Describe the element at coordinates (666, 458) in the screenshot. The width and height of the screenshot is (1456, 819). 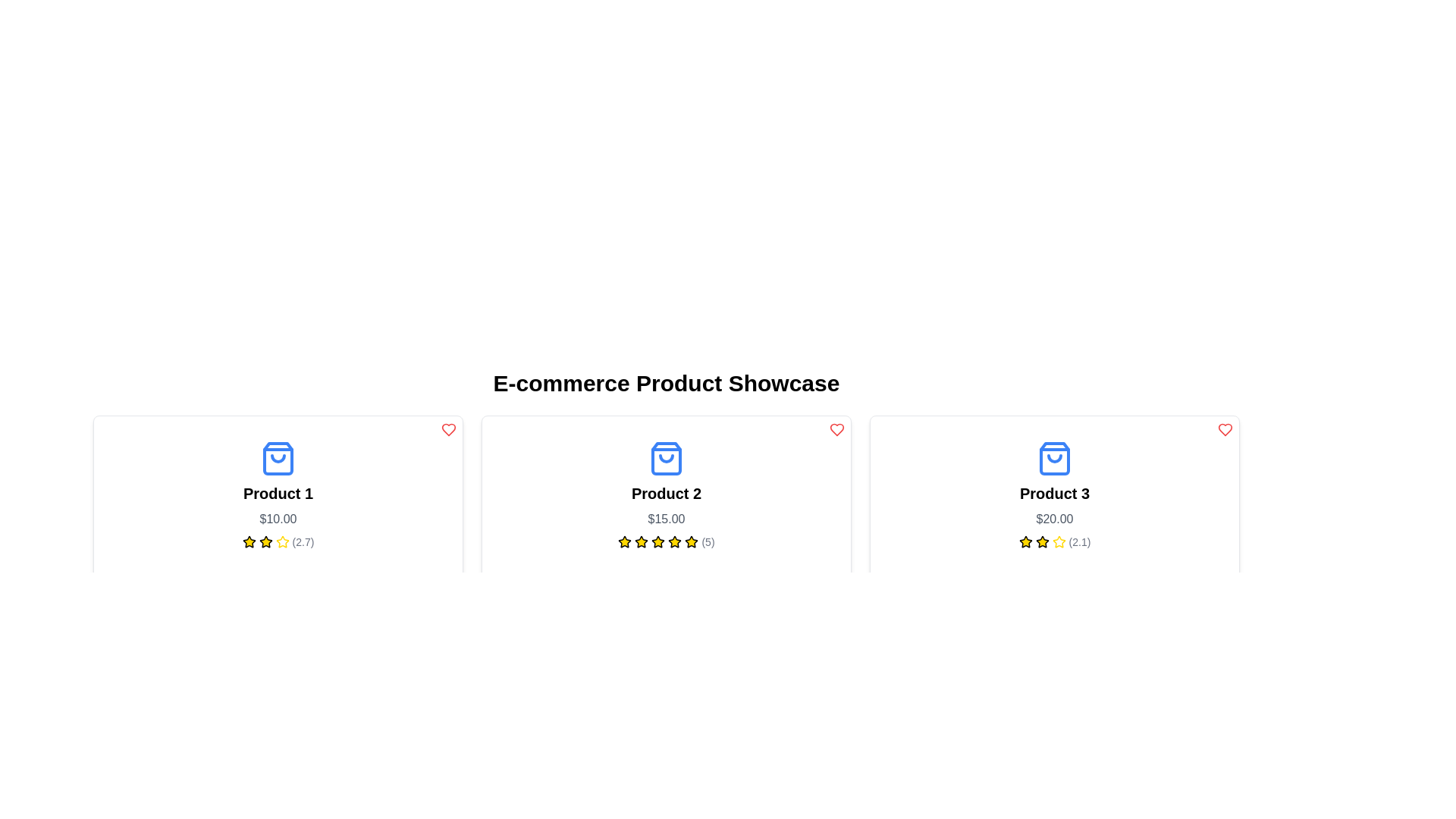
I see `the shopping icon located at the top of the Product 2 card, which represents the commerce aspect of the product` at that location.